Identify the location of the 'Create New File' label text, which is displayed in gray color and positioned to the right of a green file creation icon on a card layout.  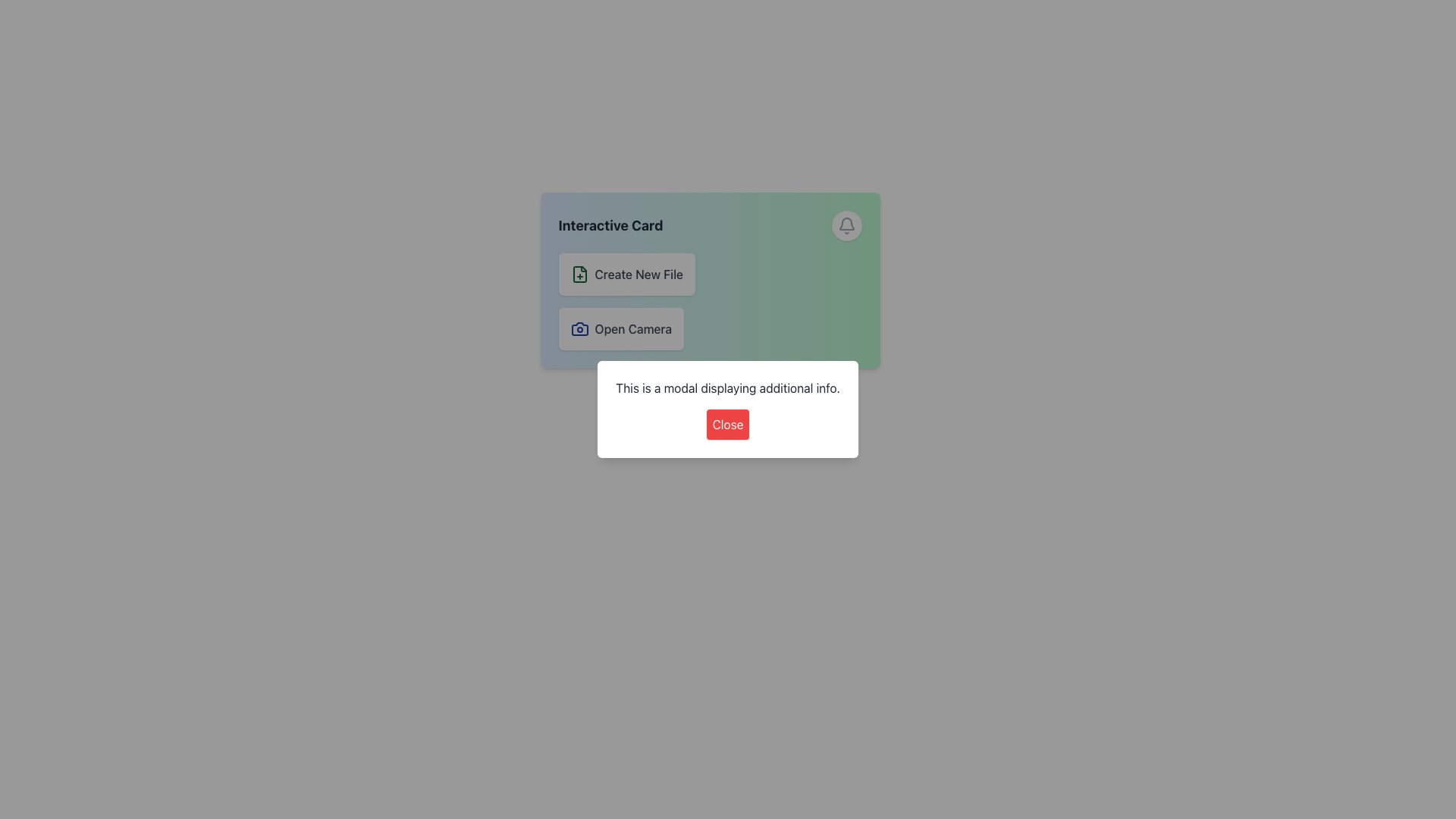
(639, 275).